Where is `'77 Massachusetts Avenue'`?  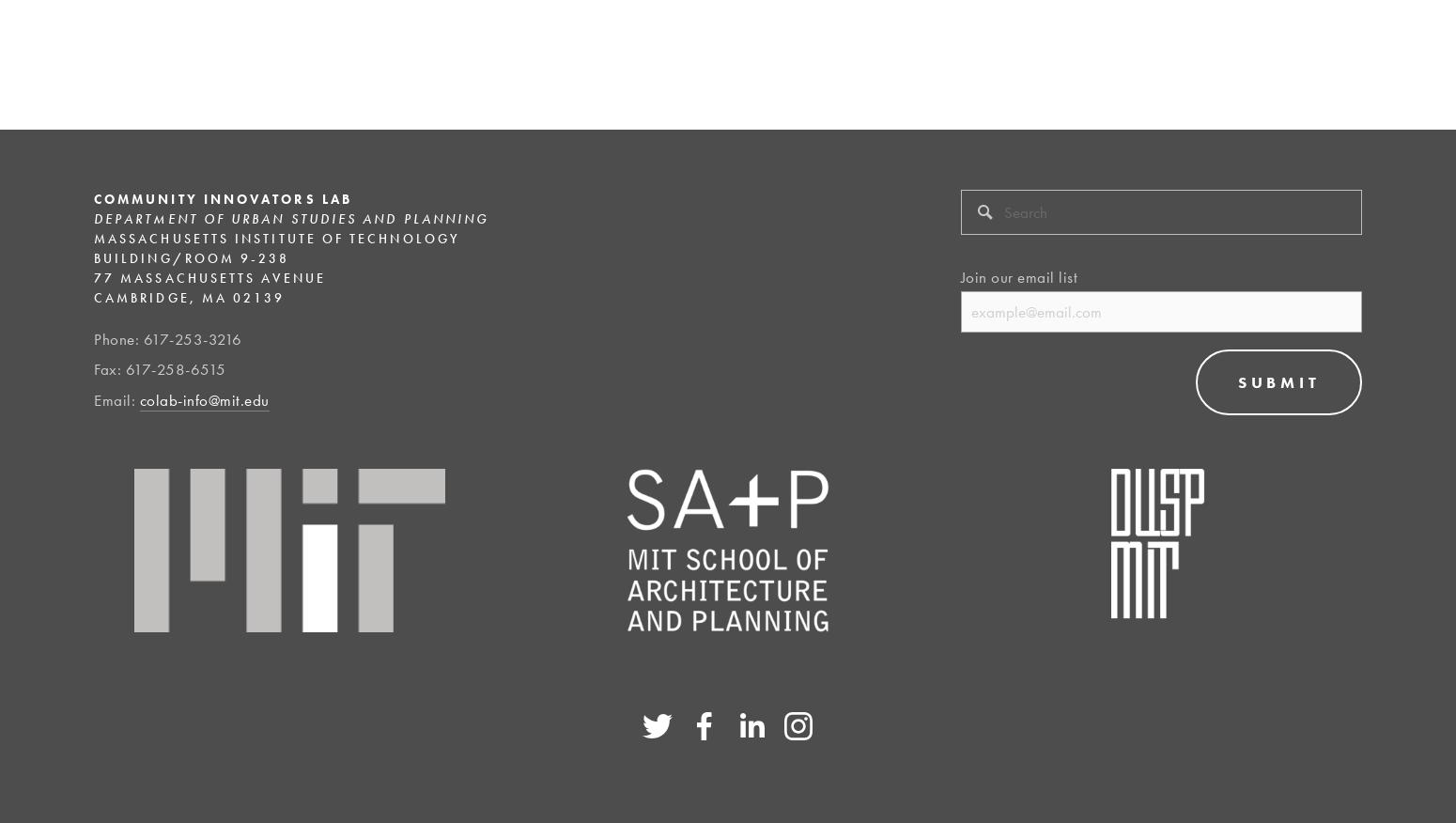
'77 Massachusetts Avenue' is located at coordinates (209, 277).